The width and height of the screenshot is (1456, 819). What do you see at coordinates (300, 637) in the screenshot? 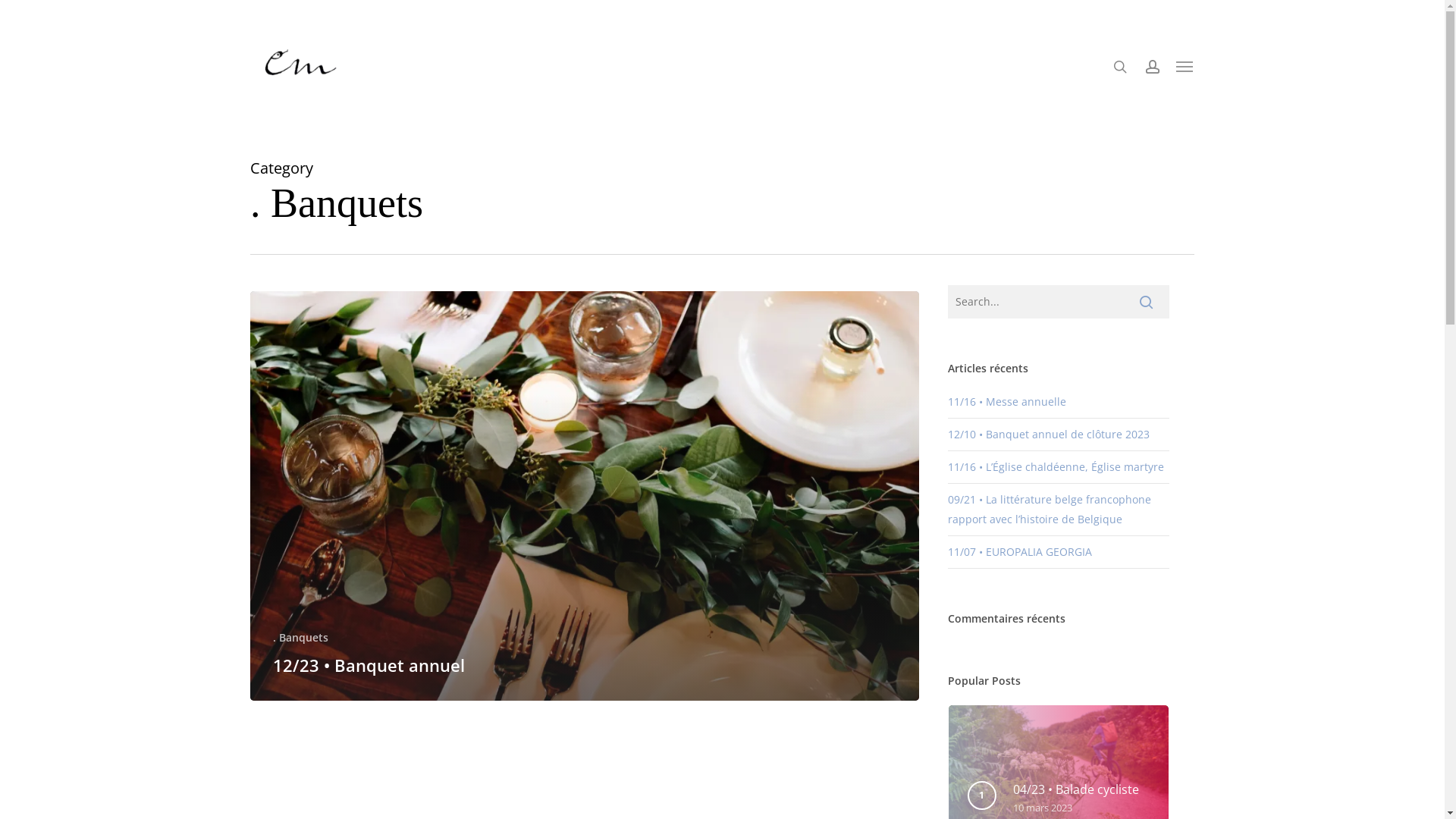
I see `'. Banquets'` at bounding box center [300, 637].